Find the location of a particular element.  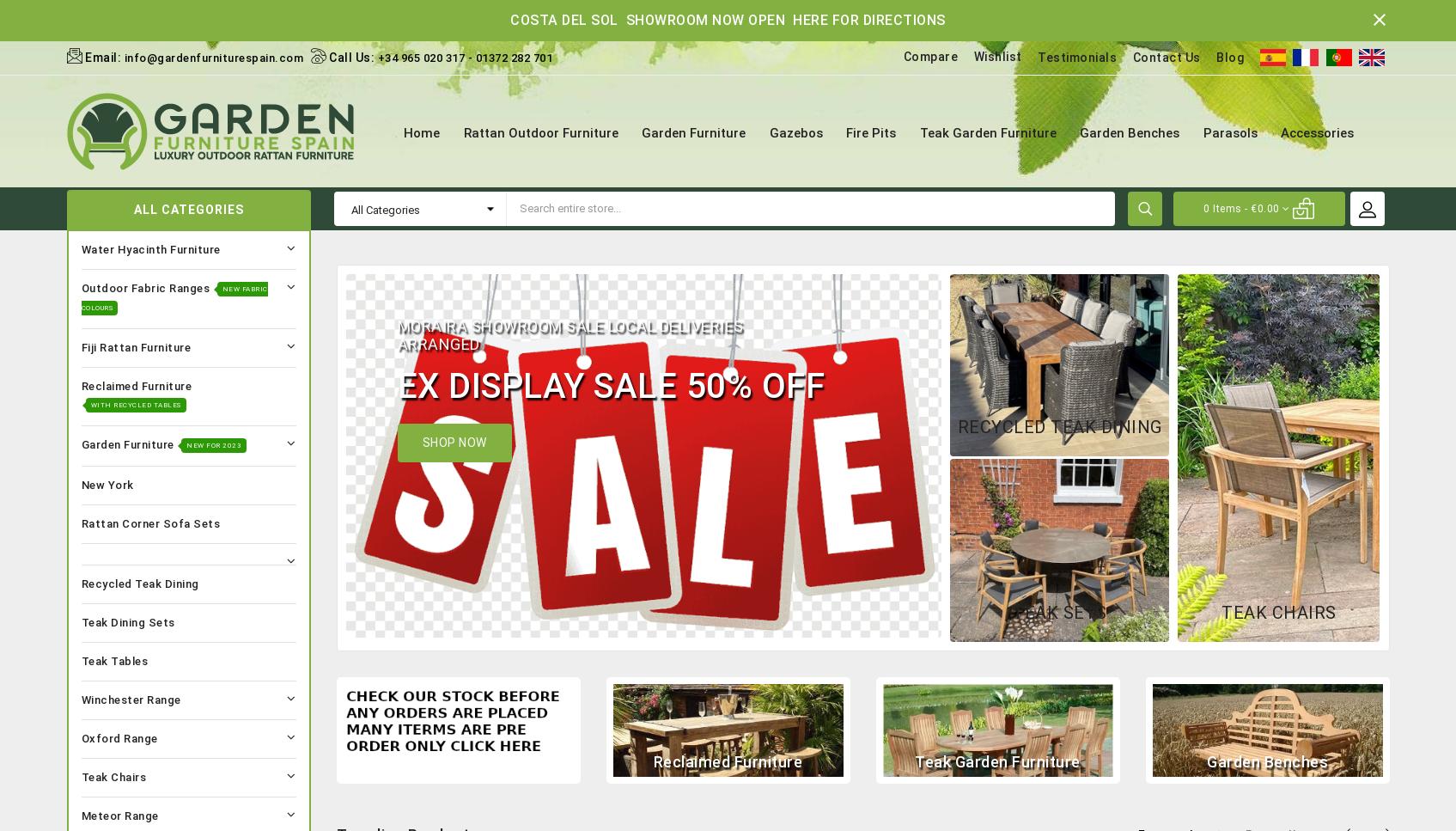

'Water Hyacinth Furniture' is located at coordinates (80, 247).